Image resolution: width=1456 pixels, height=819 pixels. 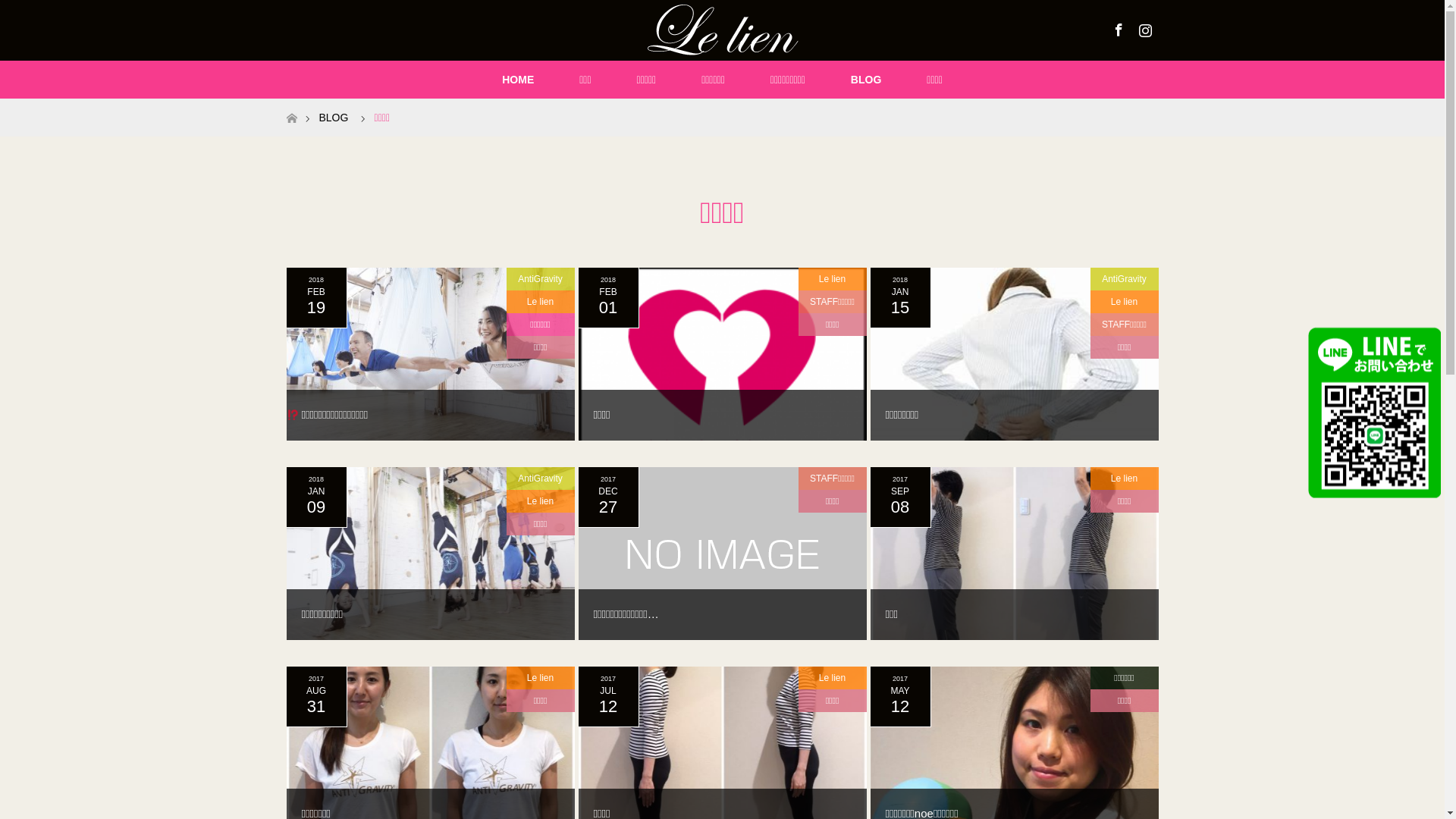 What do you see at coordinates (1143, 27) in the screenshot?
I see `'Instagram'` at bounding box center [1143, 27].